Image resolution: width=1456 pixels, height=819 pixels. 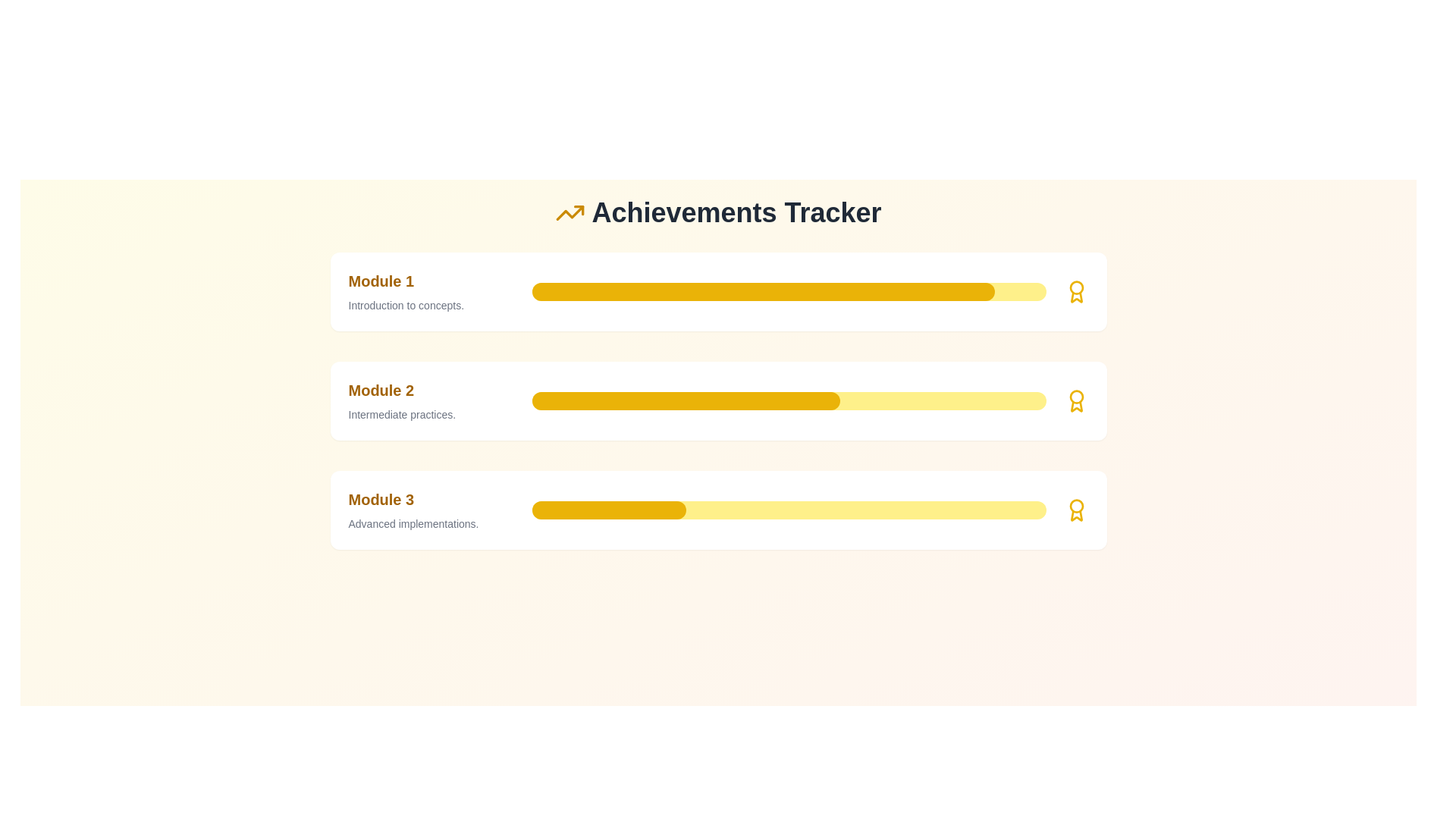 What do you see at coordinates (609, 510) in the screenshot?
I see `the filled section of the progress bar representing the completion progress of Module 3` at bounding box center [609, 510].